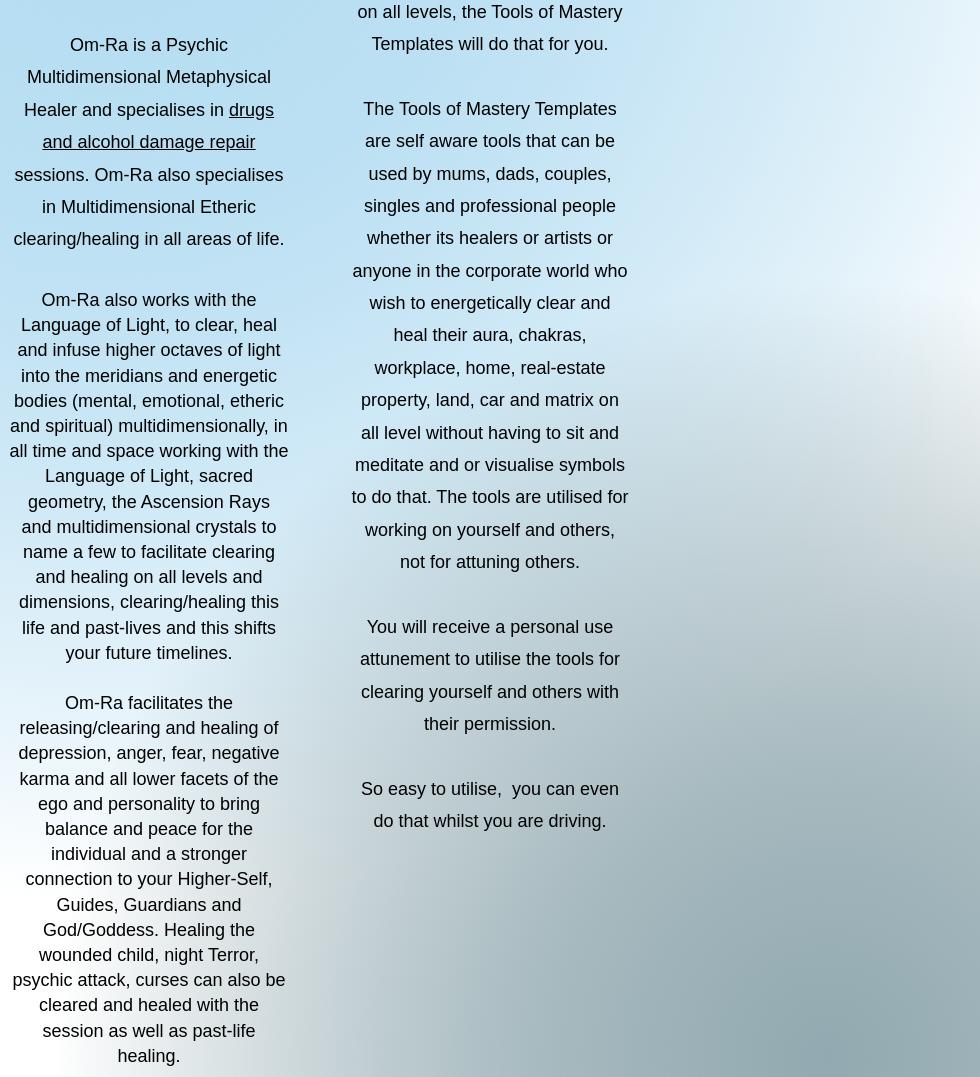  What do you see at coordinates (148, 205) in the screenshot?
I see `'sessions. Om-Ra also specialises in Multidimensional Etheric clearing/healing in all areas of life.'` at bounding box center [148, 205].